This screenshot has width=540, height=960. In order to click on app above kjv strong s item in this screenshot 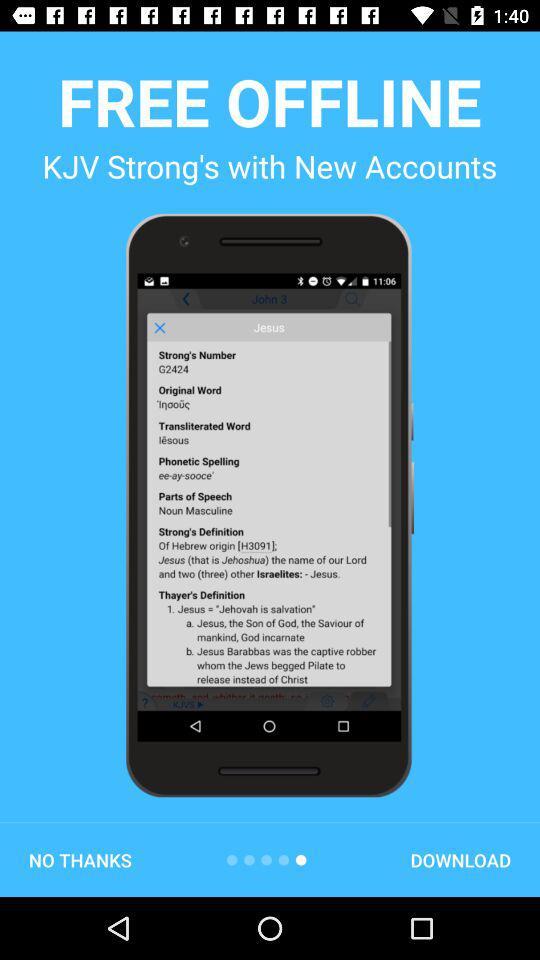, I will do `click(269, 101)`.